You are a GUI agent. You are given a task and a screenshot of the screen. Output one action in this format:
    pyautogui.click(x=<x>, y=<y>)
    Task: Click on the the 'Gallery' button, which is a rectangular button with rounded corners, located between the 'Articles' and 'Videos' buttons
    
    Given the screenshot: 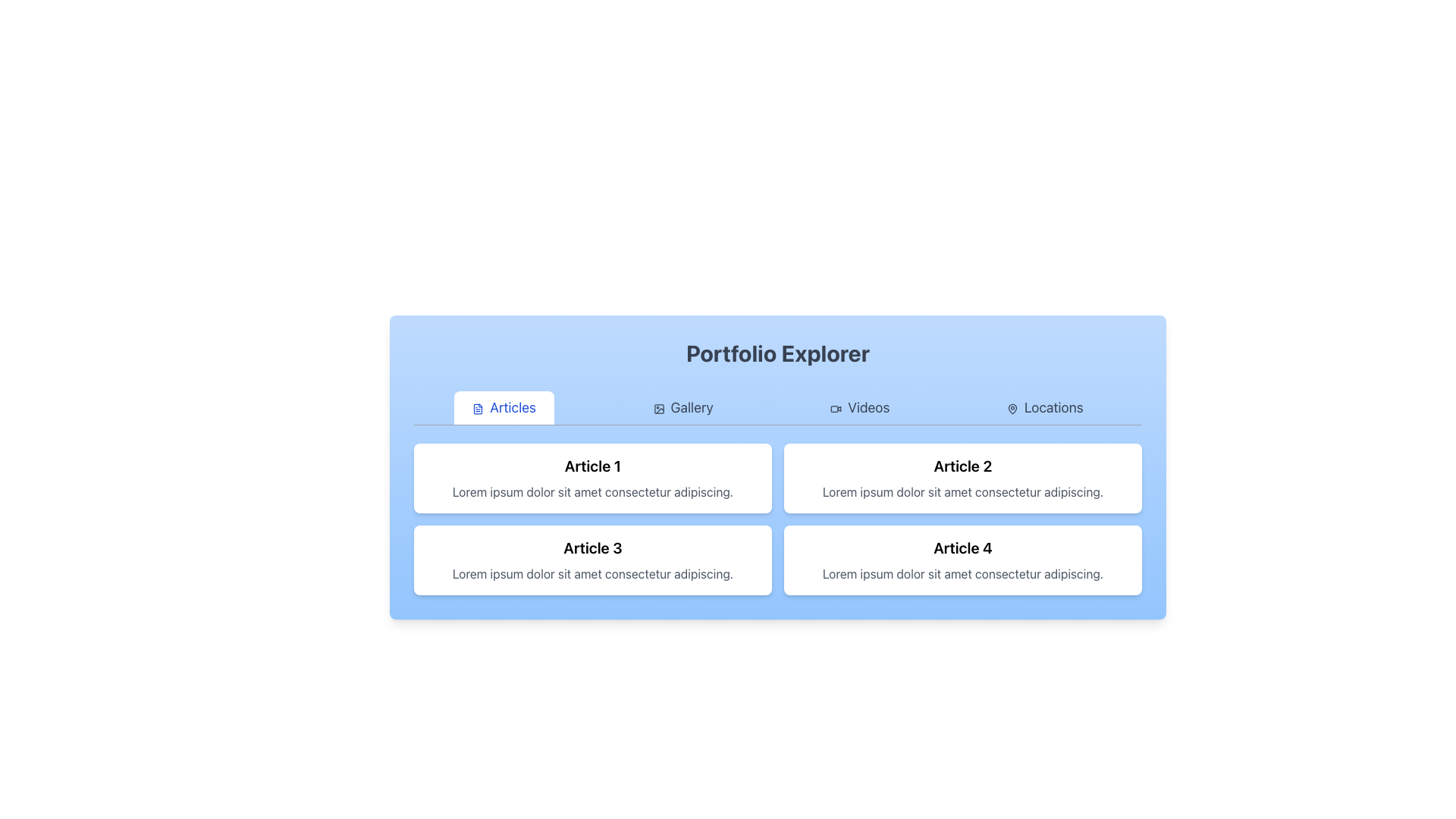 What is the action you would take?
    pyautogui.click(x=682, y=406)
    